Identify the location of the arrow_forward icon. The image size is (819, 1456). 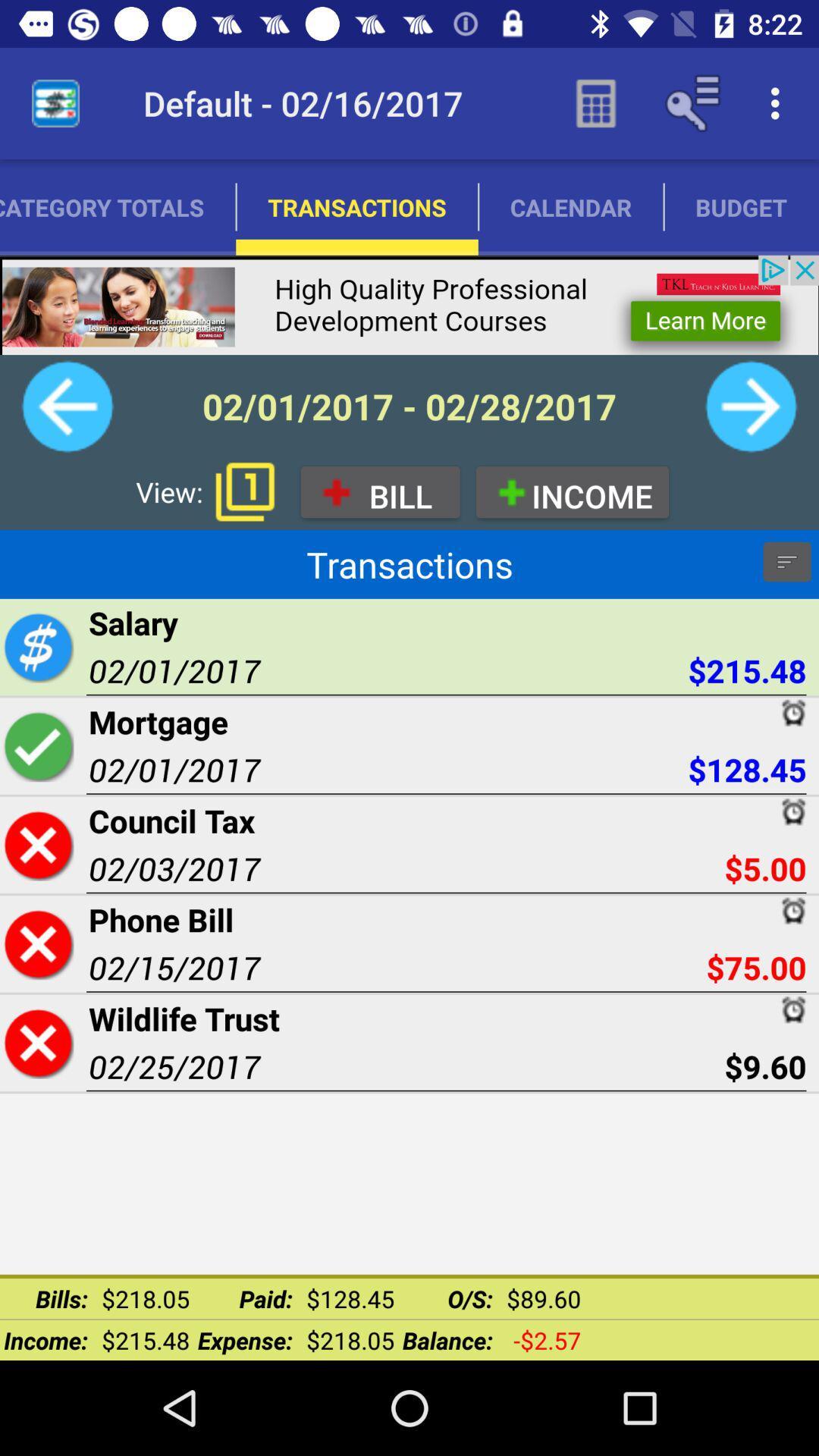
(751, 406).